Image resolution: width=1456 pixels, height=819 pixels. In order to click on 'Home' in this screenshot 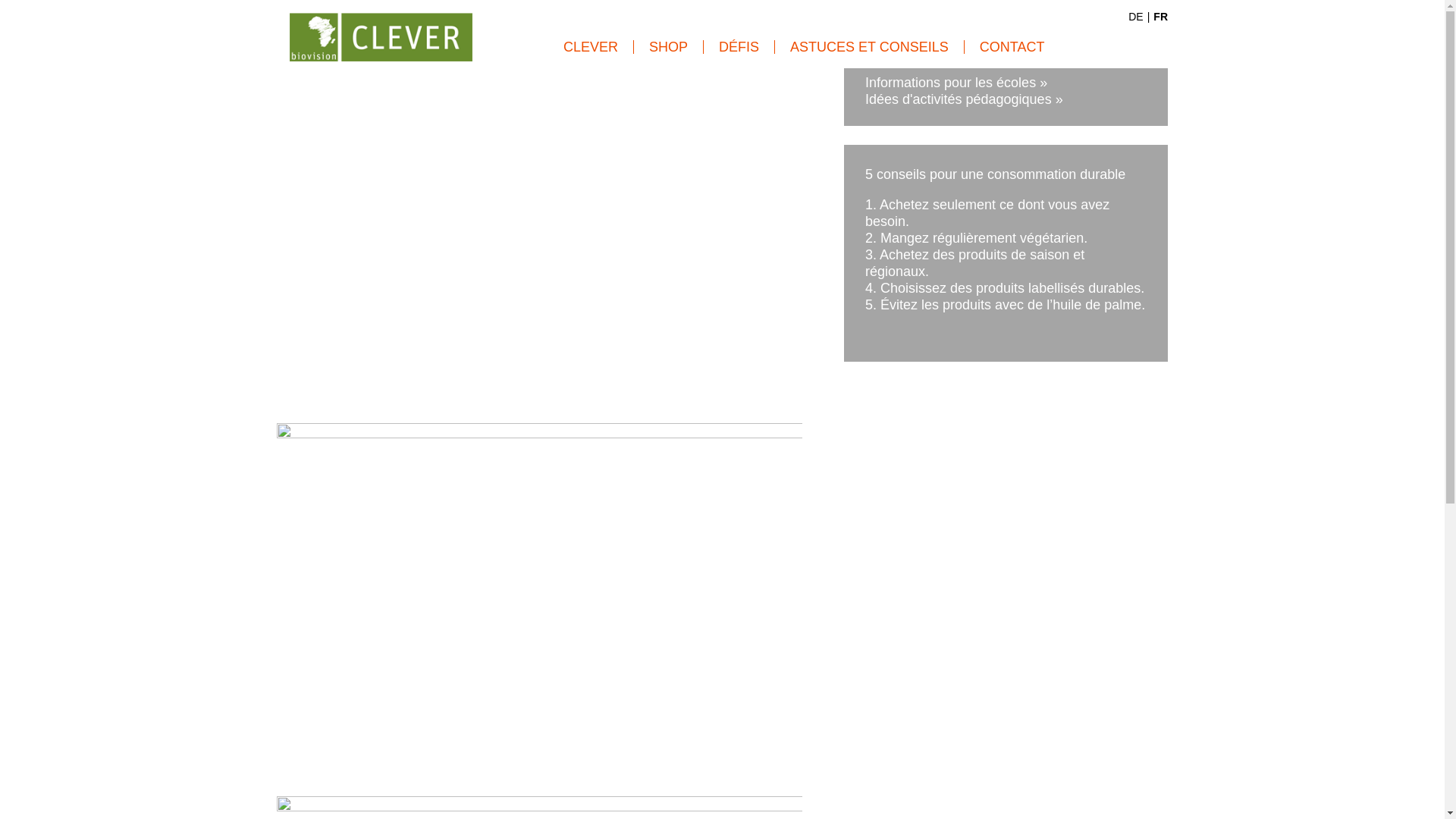, I will do `click(381, 34)`.